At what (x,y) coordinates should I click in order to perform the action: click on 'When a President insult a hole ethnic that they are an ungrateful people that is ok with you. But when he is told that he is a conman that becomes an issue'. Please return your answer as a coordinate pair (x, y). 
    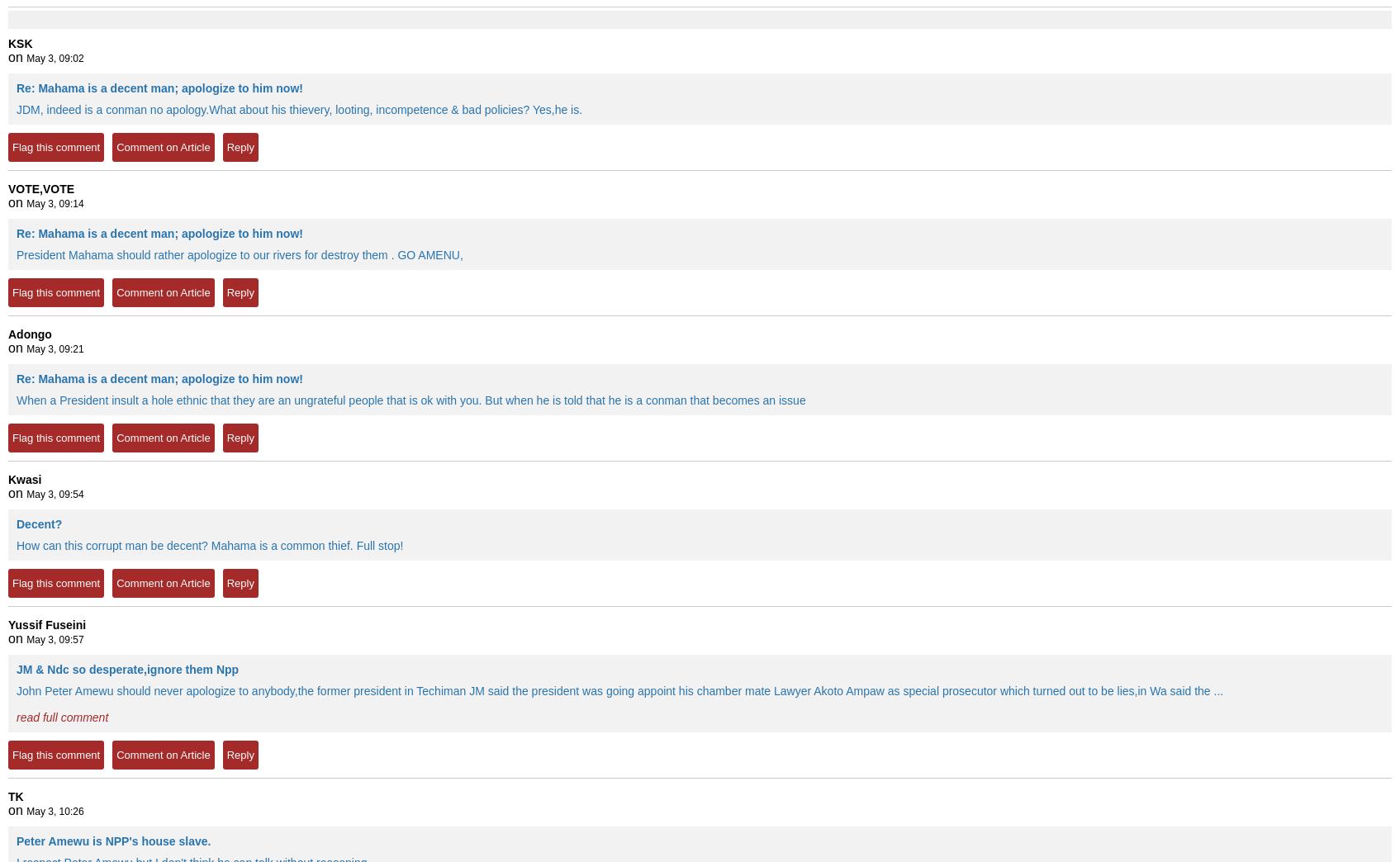
    Looking at the image, I should click on (410, 400).